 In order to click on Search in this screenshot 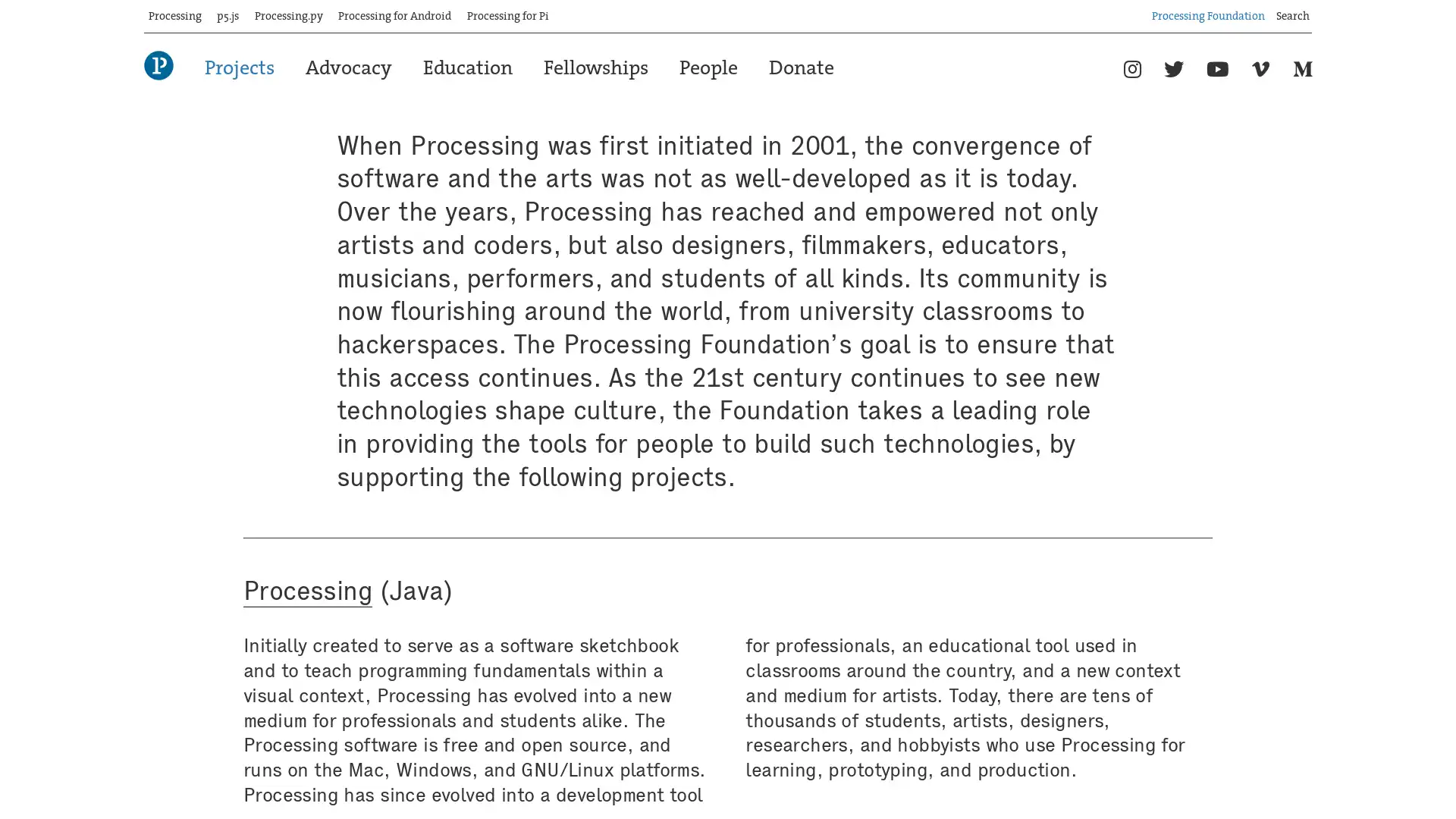, I will do `click(1311, 10)`.